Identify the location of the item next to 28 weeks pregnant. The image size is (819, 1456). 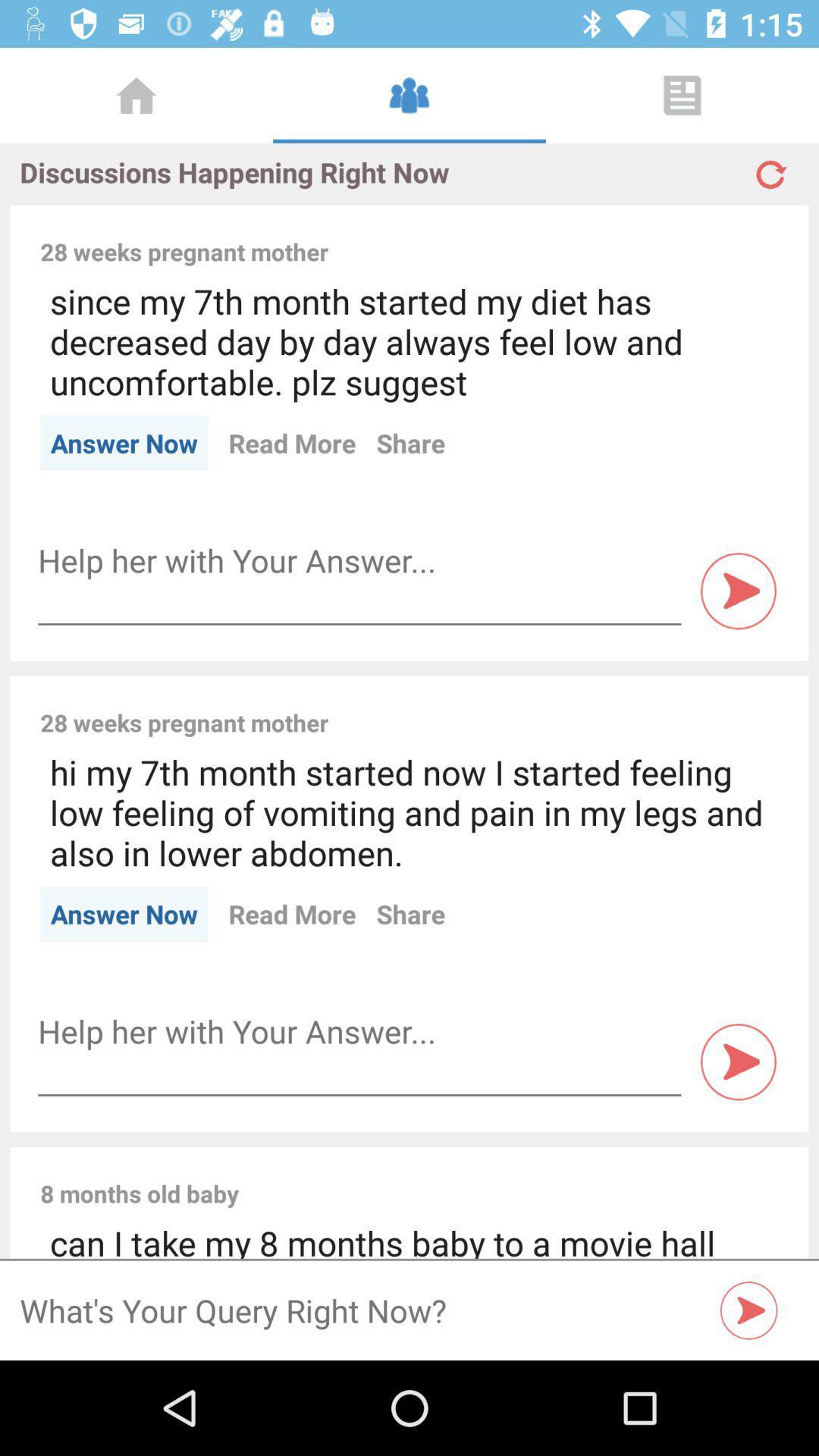
(563, 234).